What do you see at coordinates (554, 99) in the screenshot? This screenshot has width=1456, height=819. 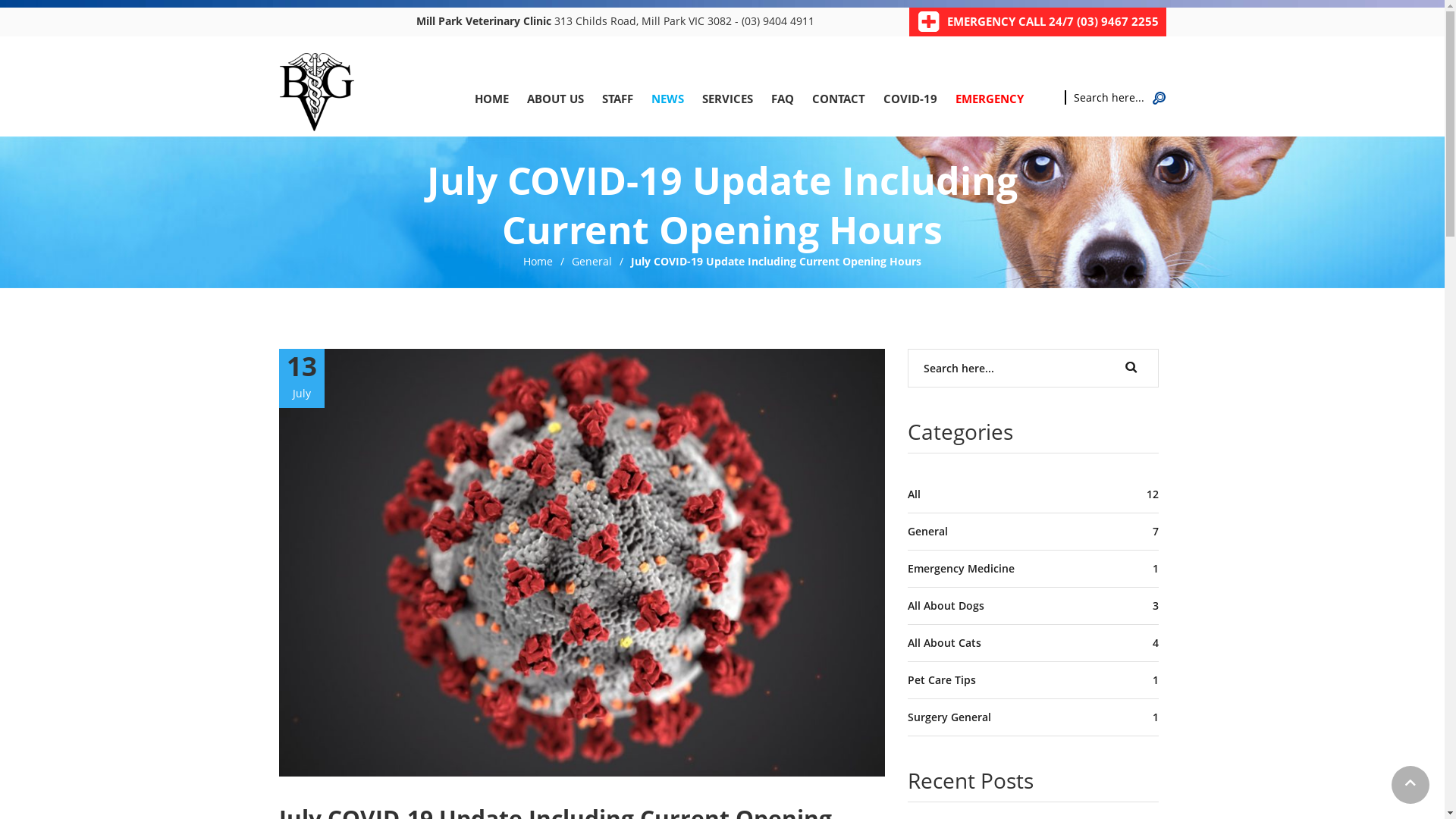 I see `'ABOUT US'` at bounding box center [554, 99].